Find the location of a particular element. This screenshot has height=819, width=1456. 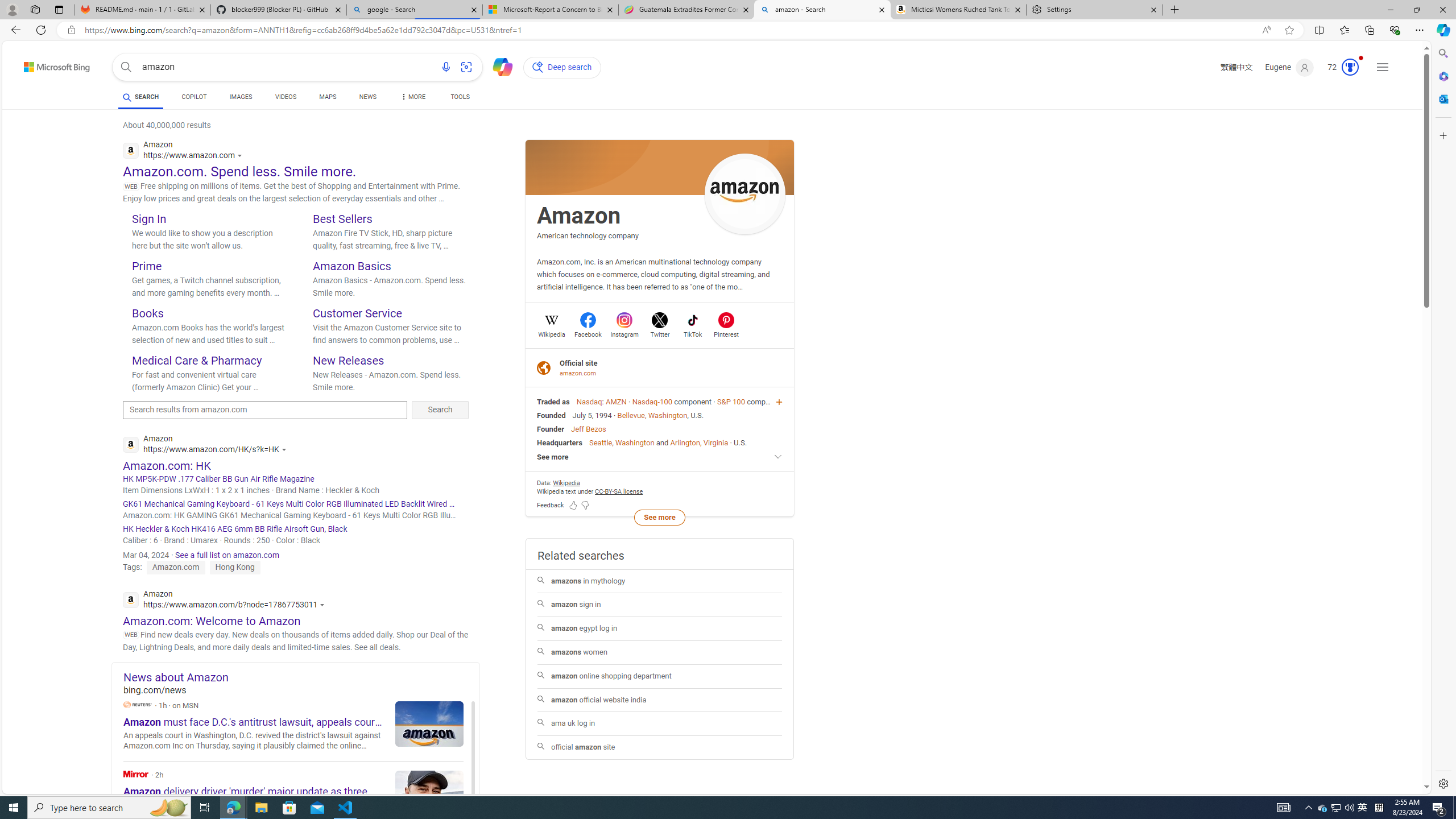

'Instagram' is located at coordinates (624, 333).